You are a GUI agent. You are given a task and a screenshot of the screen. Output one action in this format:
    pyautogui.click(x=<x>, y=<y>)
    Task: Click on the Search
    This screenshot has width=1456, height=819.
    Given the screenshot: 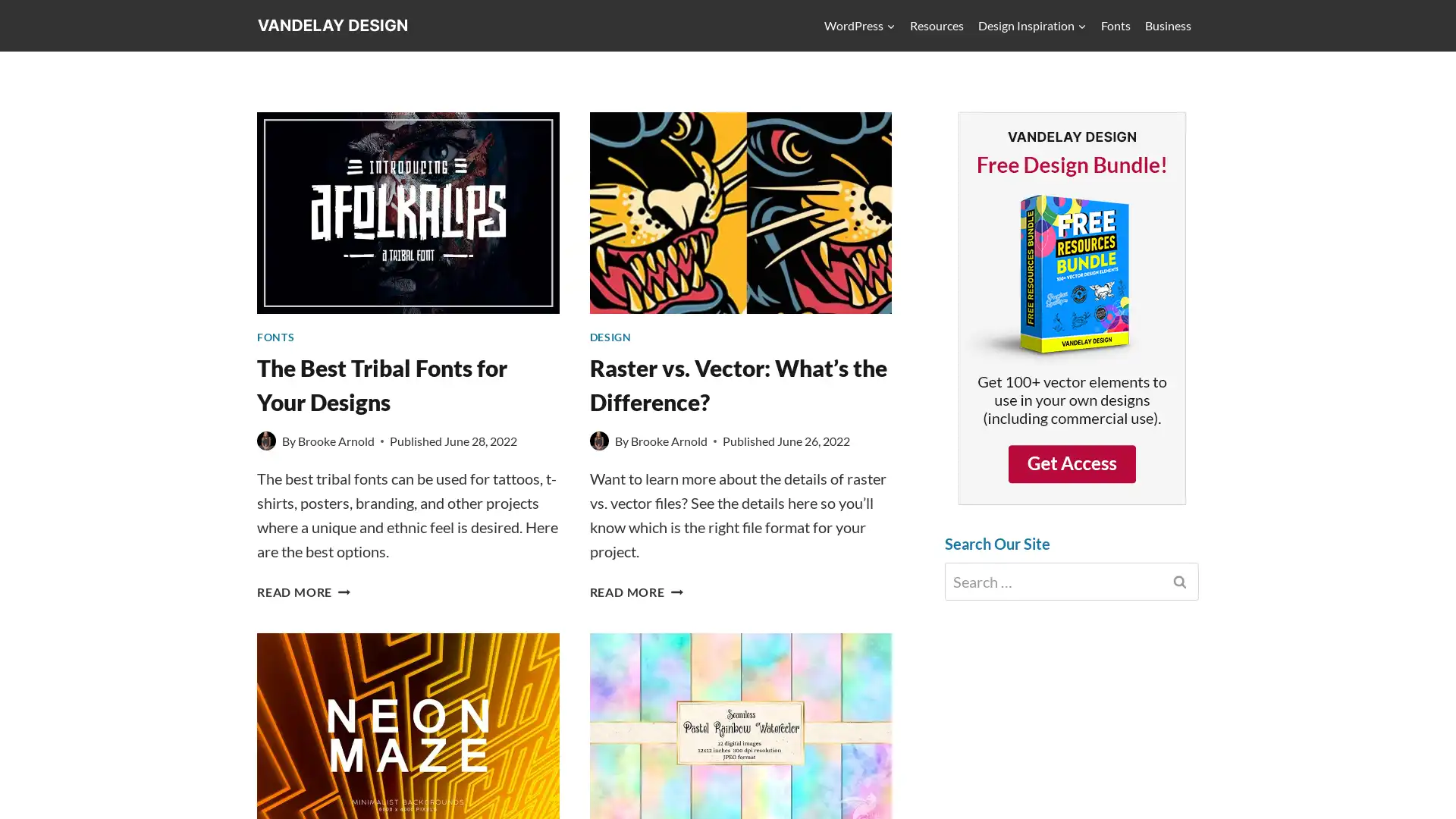 What is the action you would take?
    pyautogui.click(x=1178, y=581)
    